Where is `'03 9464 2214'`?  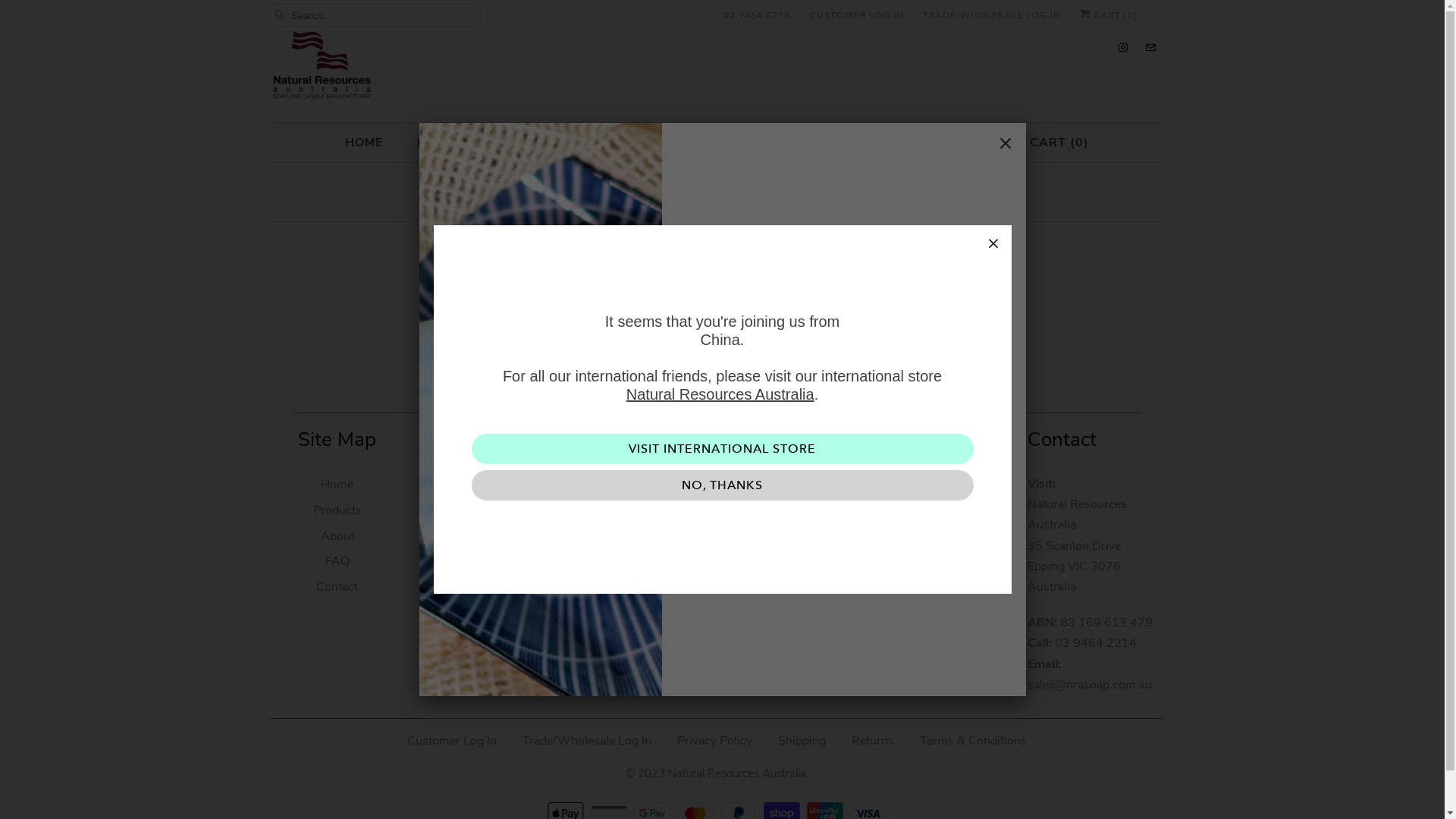 '03 9464 2214' is located at coordinates (1095, 643).